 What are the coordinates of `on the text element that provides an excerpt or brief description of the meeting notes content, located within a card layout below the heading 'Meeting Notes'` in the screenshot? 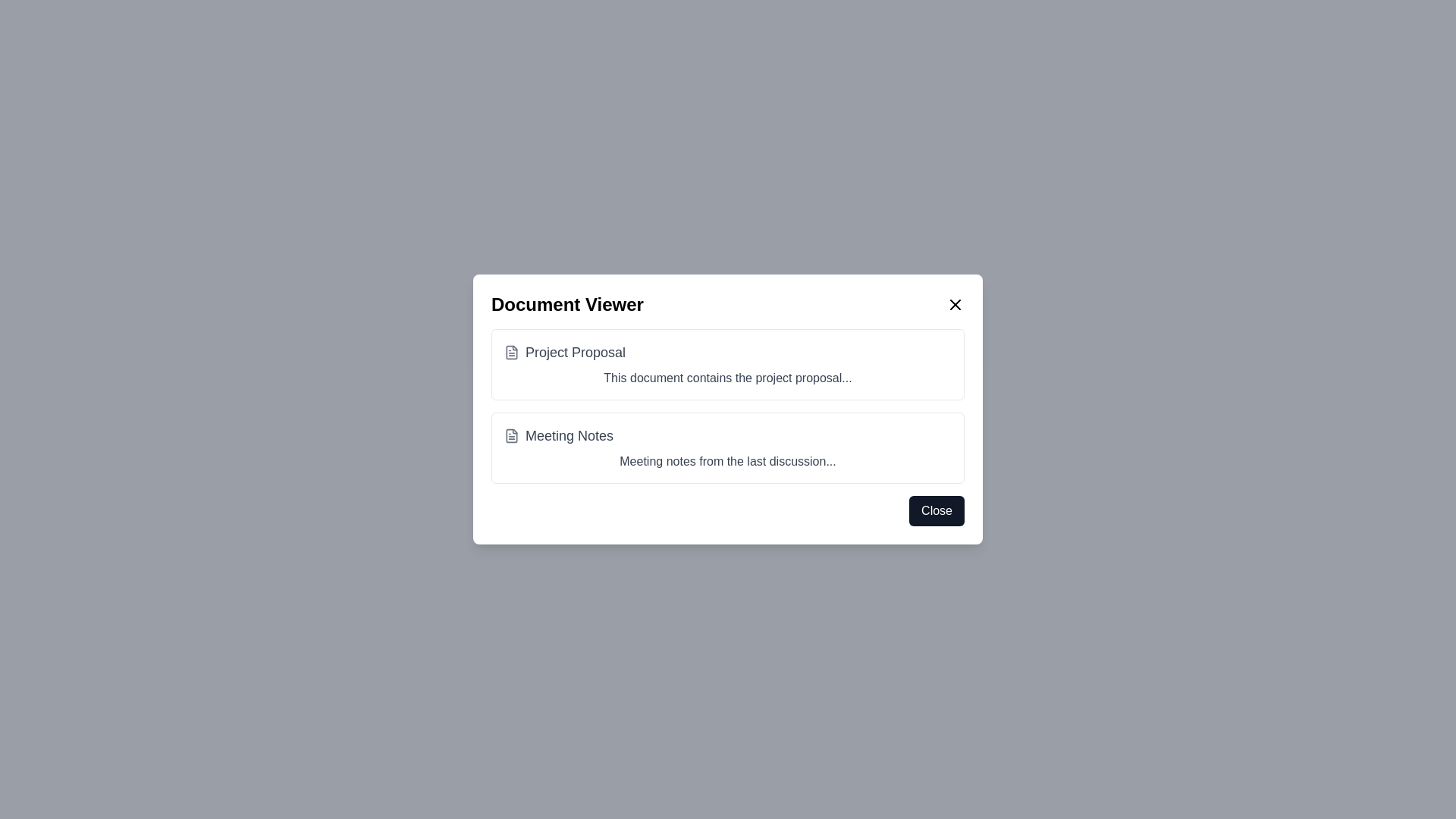 It's located at (728, 461).